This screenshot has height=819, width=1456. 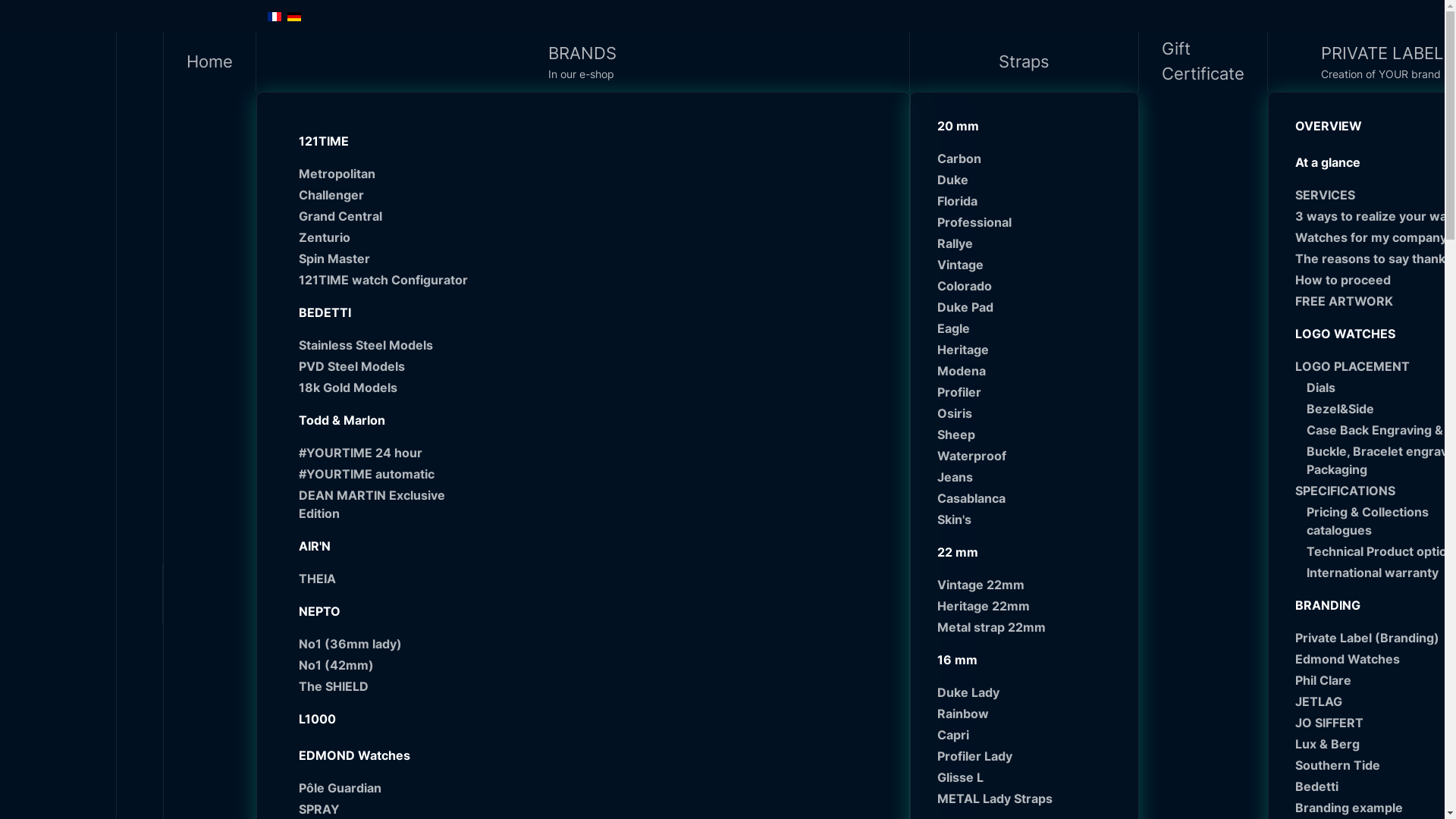 What do you see at coordinates (378, 718) in the screenshot?
I see `'L1000'` at bounding box center [378, 718].